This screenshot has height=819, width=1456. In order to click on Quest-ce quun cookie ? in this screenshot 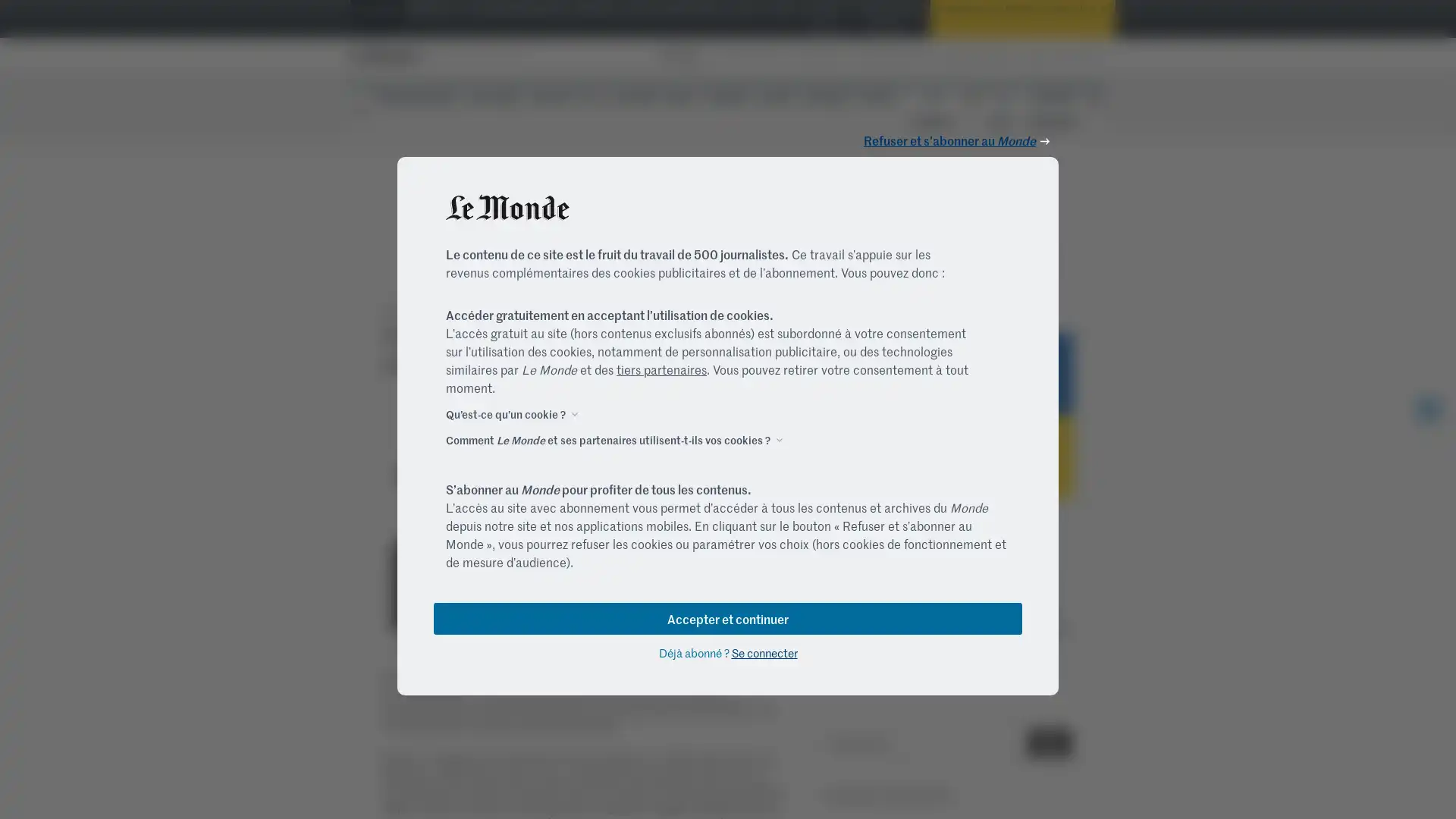, I will do `click(506, 413)`.